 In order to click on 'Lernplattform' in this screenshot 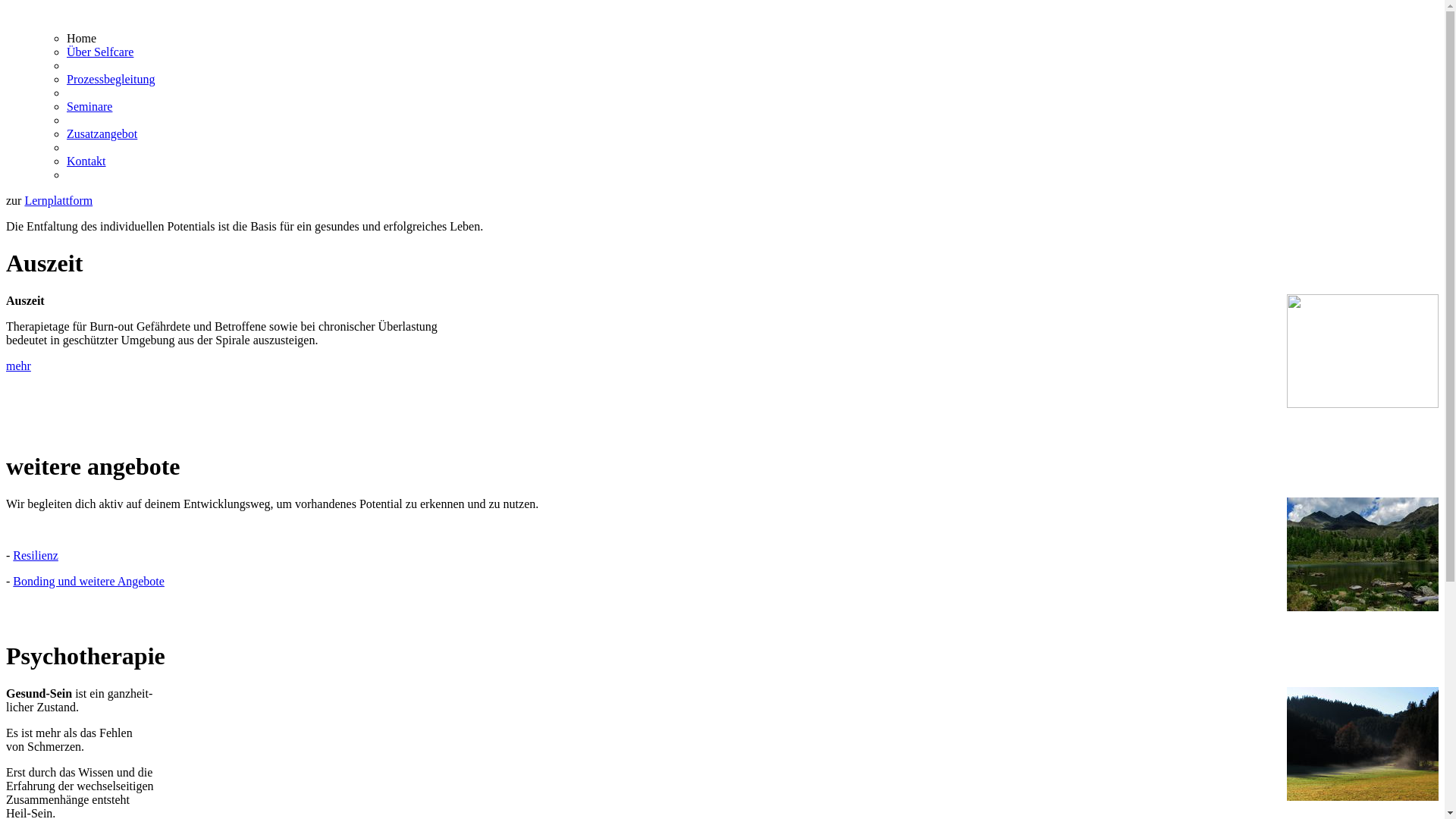, I will do `click(58, 199)`.